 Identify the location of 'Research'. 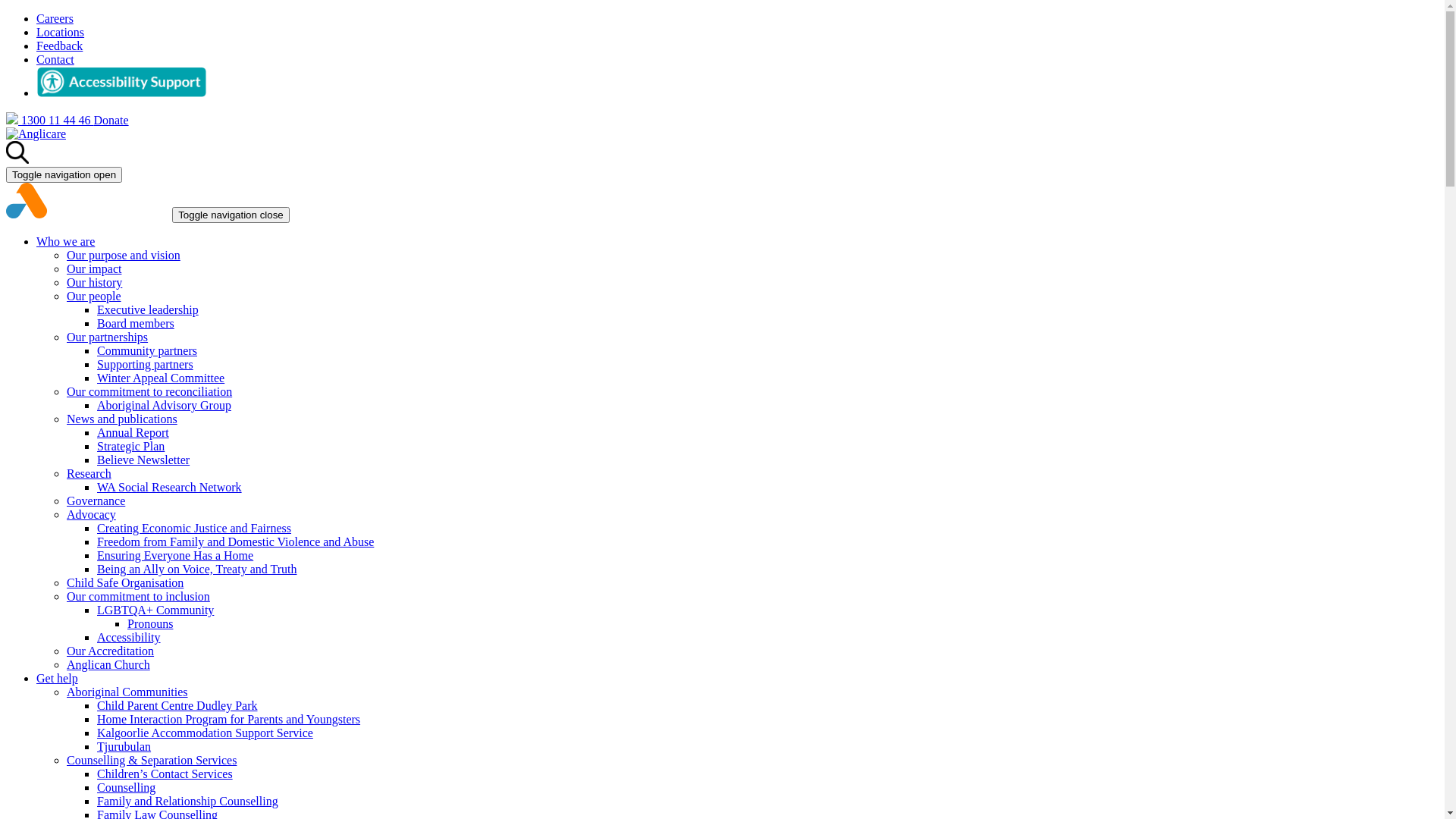
(65, 472).